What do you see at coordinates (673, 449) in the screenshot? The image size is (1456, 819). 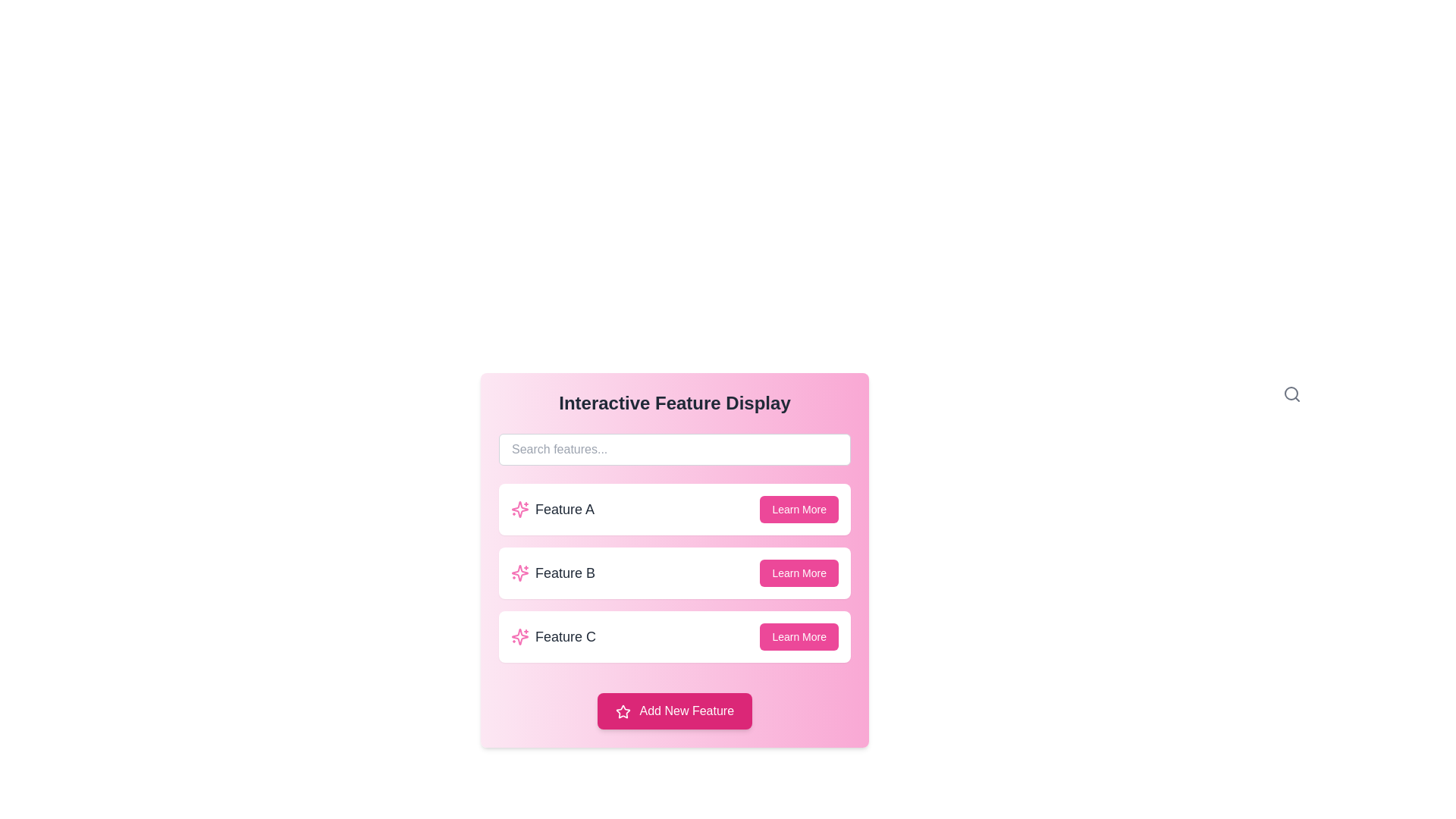 I see `the search input field located beneath the title 'Interactive Feature Display' to focus on it` at bounding box center [673, 449].